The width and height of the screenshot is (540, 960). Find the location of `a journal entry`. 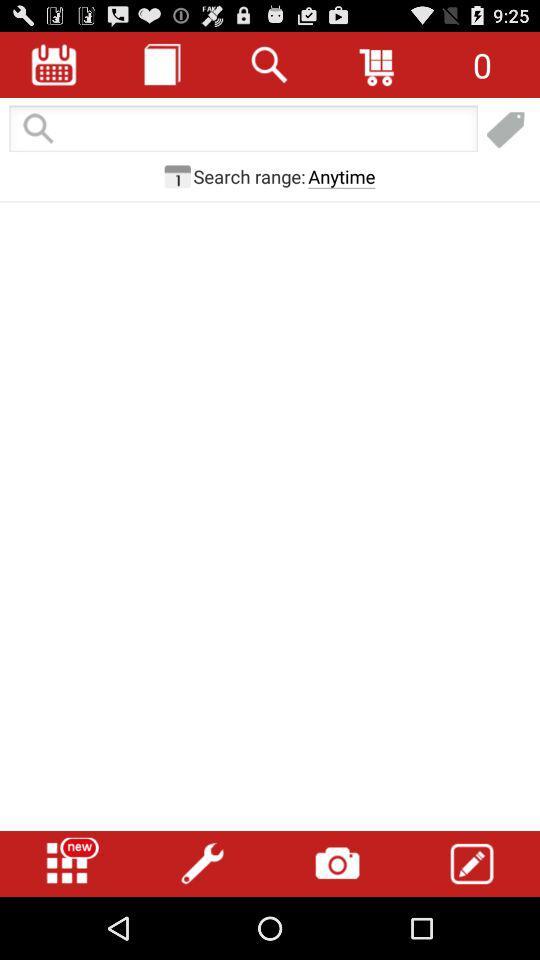

a journal entry is located at coordinates (161, 64).